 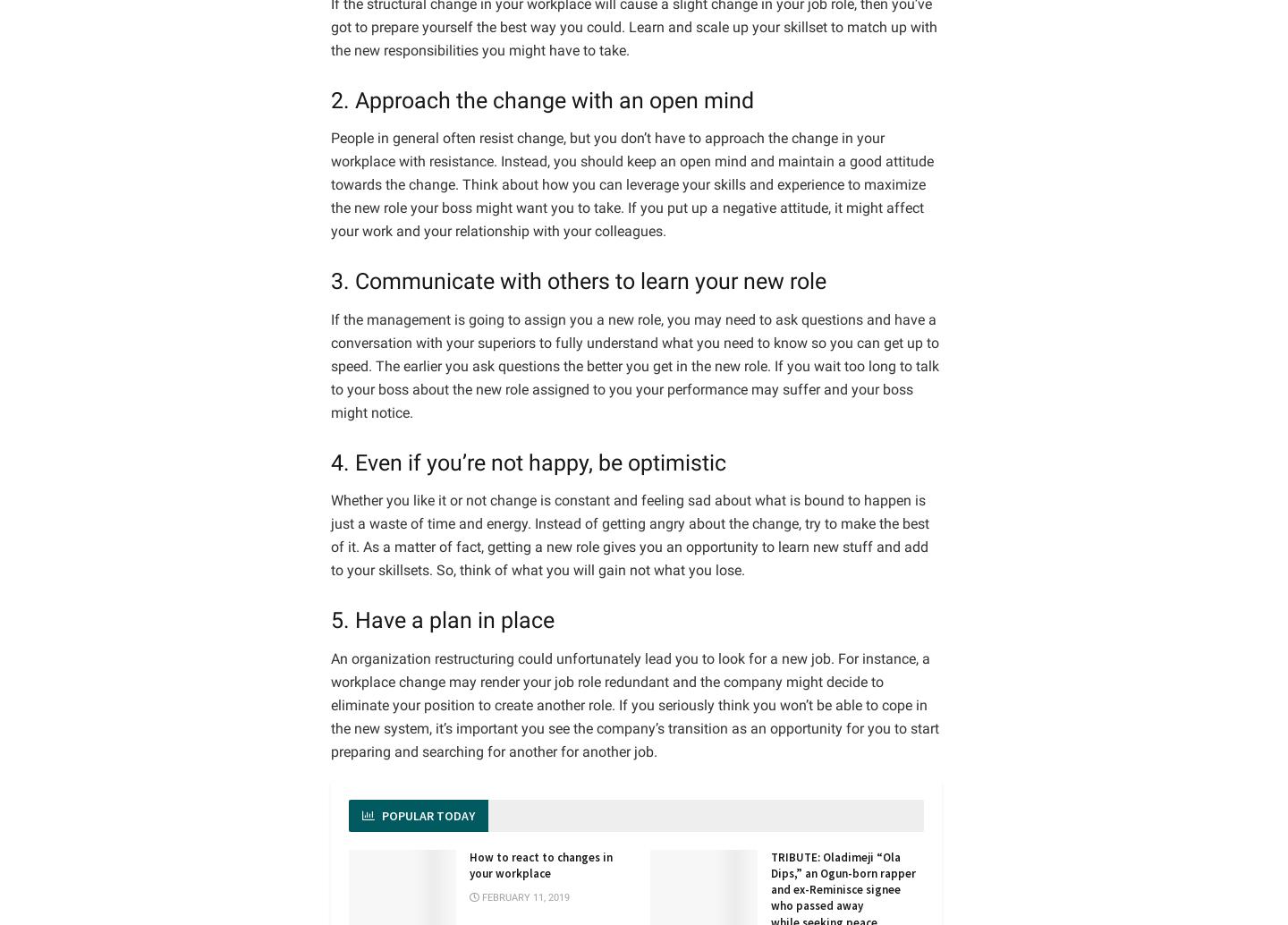 What do you see at coordinates (329, 364) in the screenshot?
I see `'If the management is going to assign you a new role, you may need to ask questions and have a conversation with your superiors to fully understand what you need to know so you can get up to speed. The earlier you ask questions the better you get in the new role. If you wait too long to talk to your boss about the new role assigned to you your performance may suffer and your boss might notice.'` at bounding box center [329, 364].